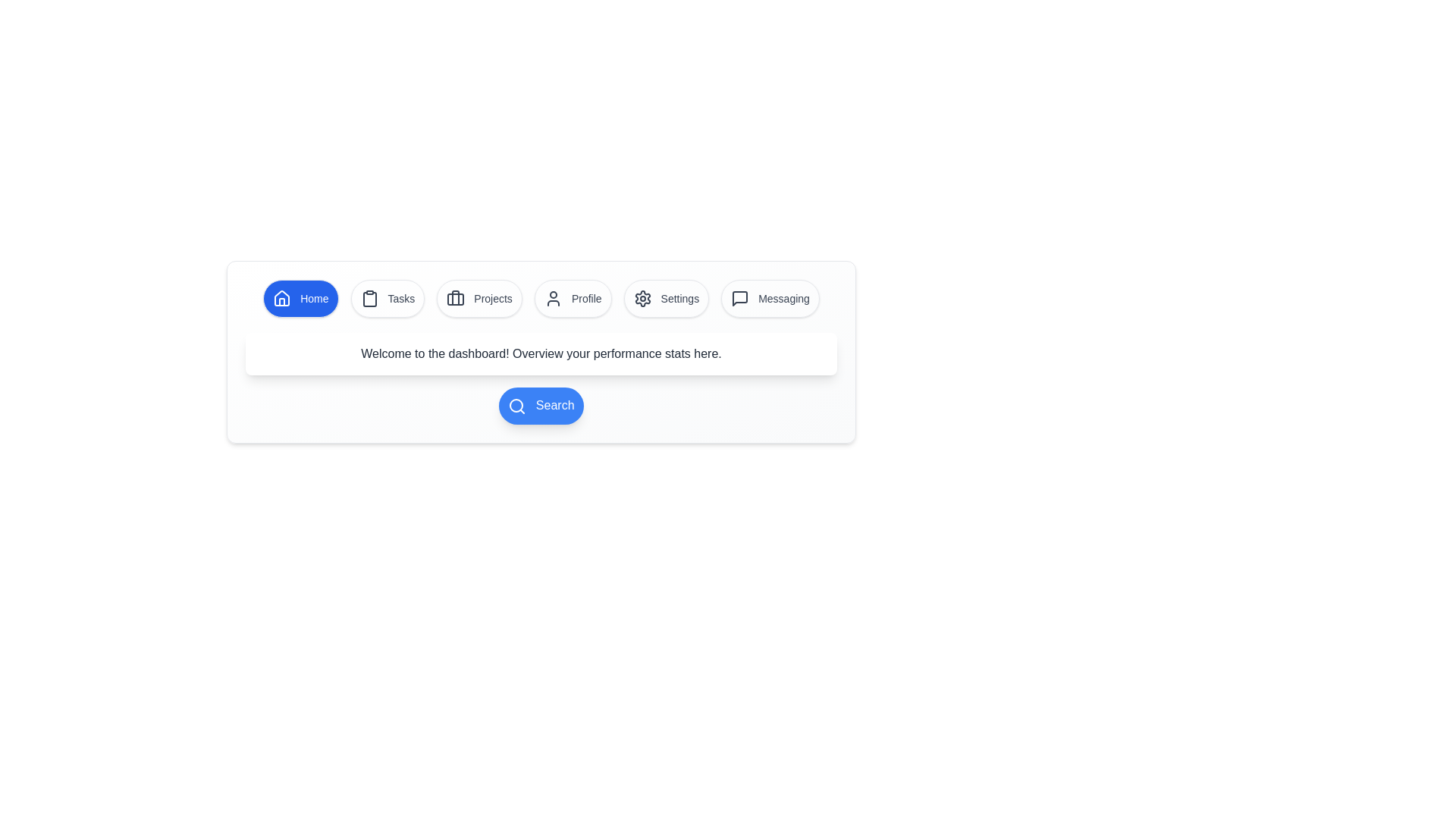 The image size is (1456, 819). What do you see at coordinates (282, 298) in the screenshot?
I see `the house-shaped icon located inside the 'Home' button on the far left of the navigation bar` at bounding box center [282, 298].